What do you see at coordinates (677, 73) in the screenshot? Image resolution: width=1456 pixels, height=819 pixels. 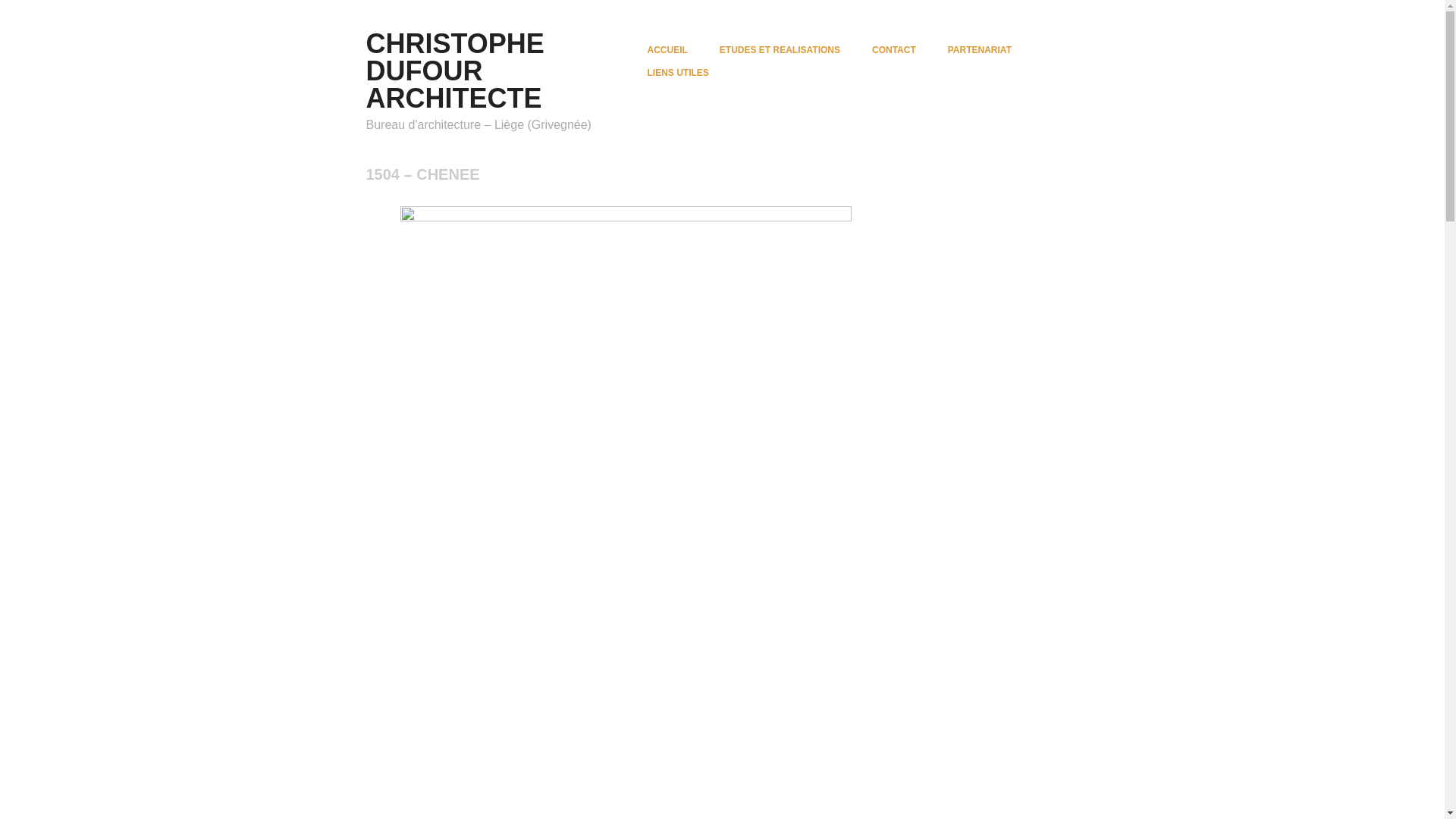 I see `'LIENS UTILES'` at bounding box center [677, 73].